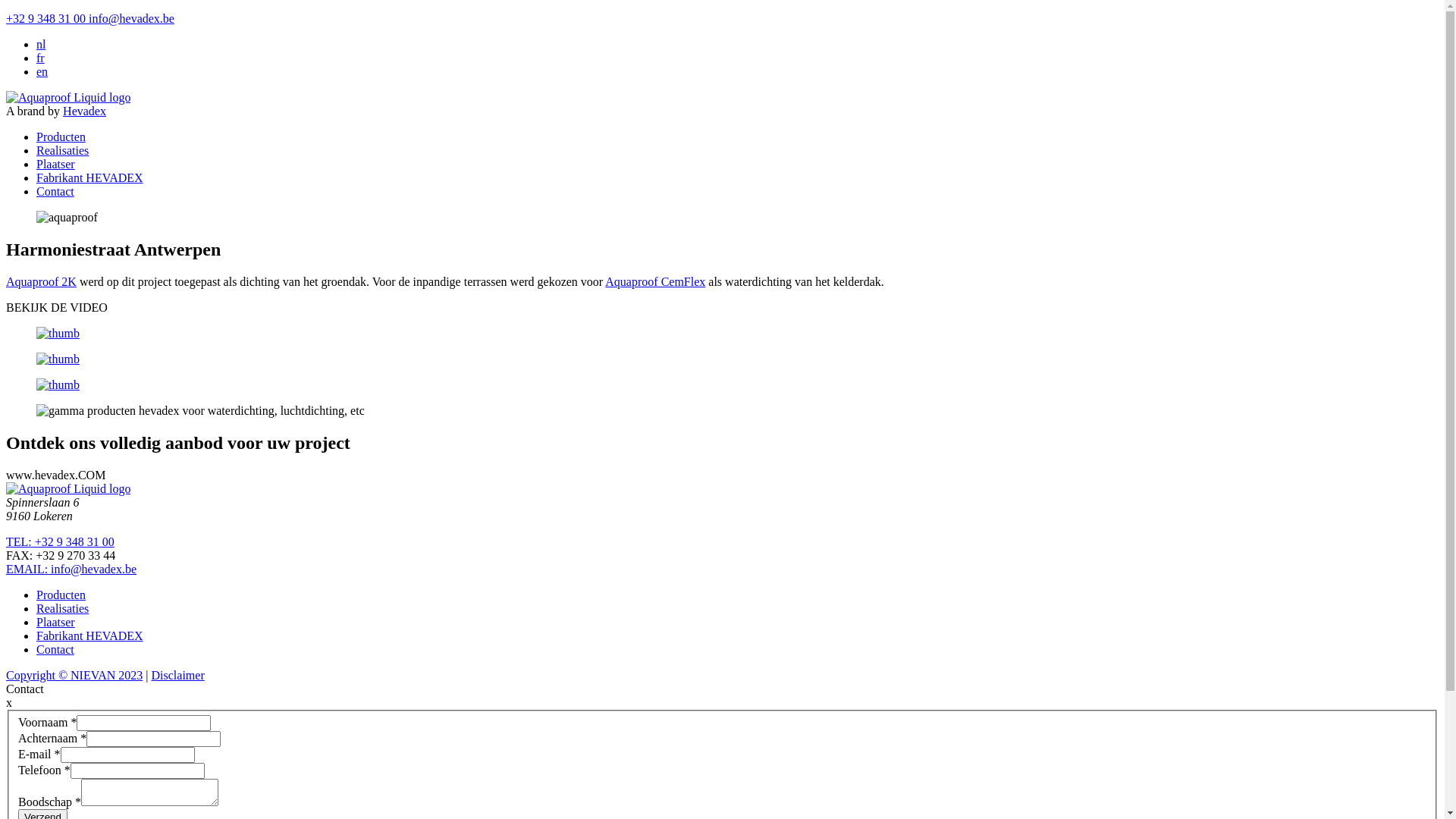 This screenshot has width=1456, height=819. What do you see at coordinates (6, 569) in the screenshot?
I see `'EMAIL: info@hevadex.be'` at bounding box center [6, 569].